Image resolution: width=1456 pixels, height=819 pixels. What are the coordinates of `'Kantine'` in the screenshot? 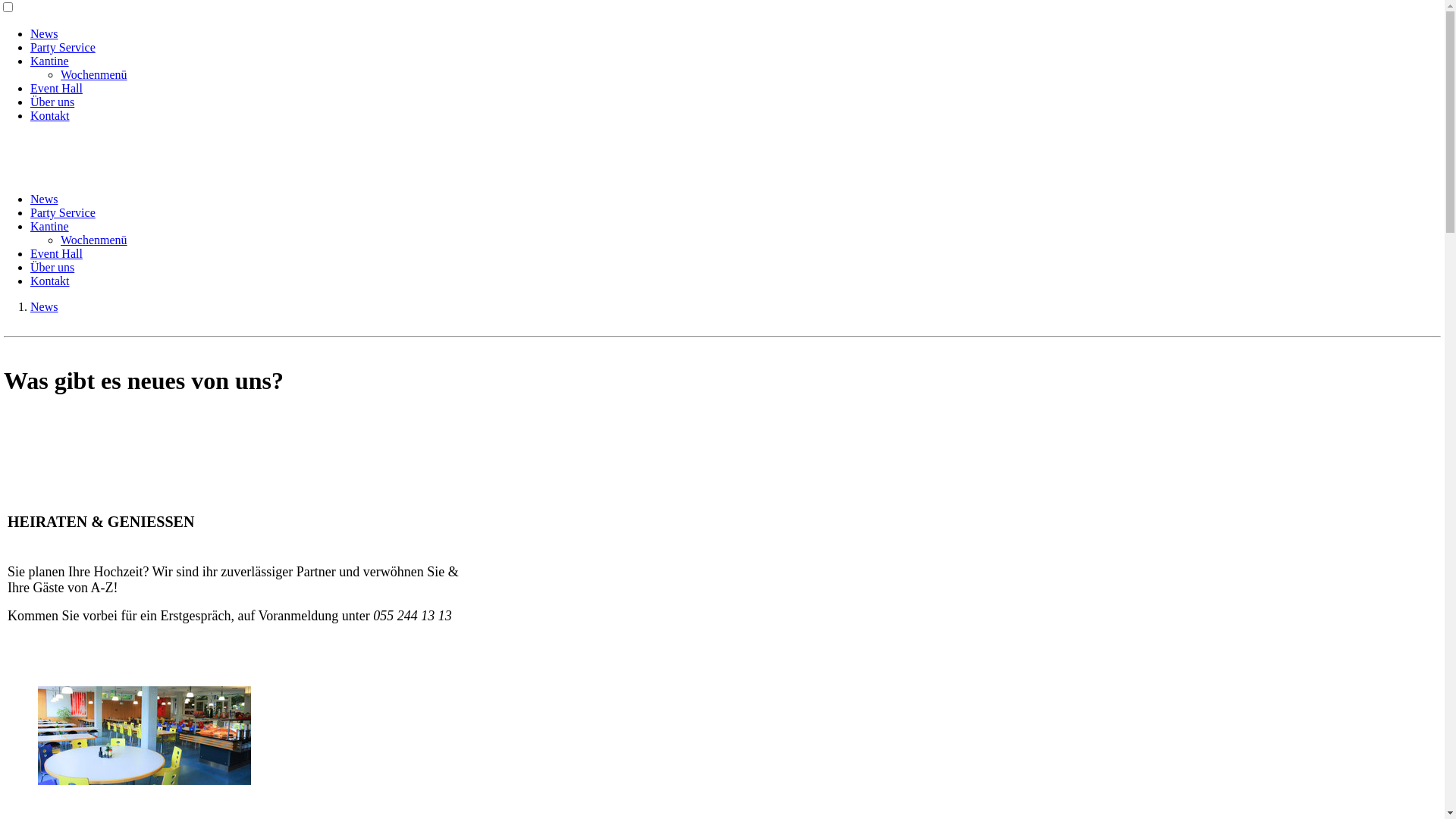 It's located at (49, 60).